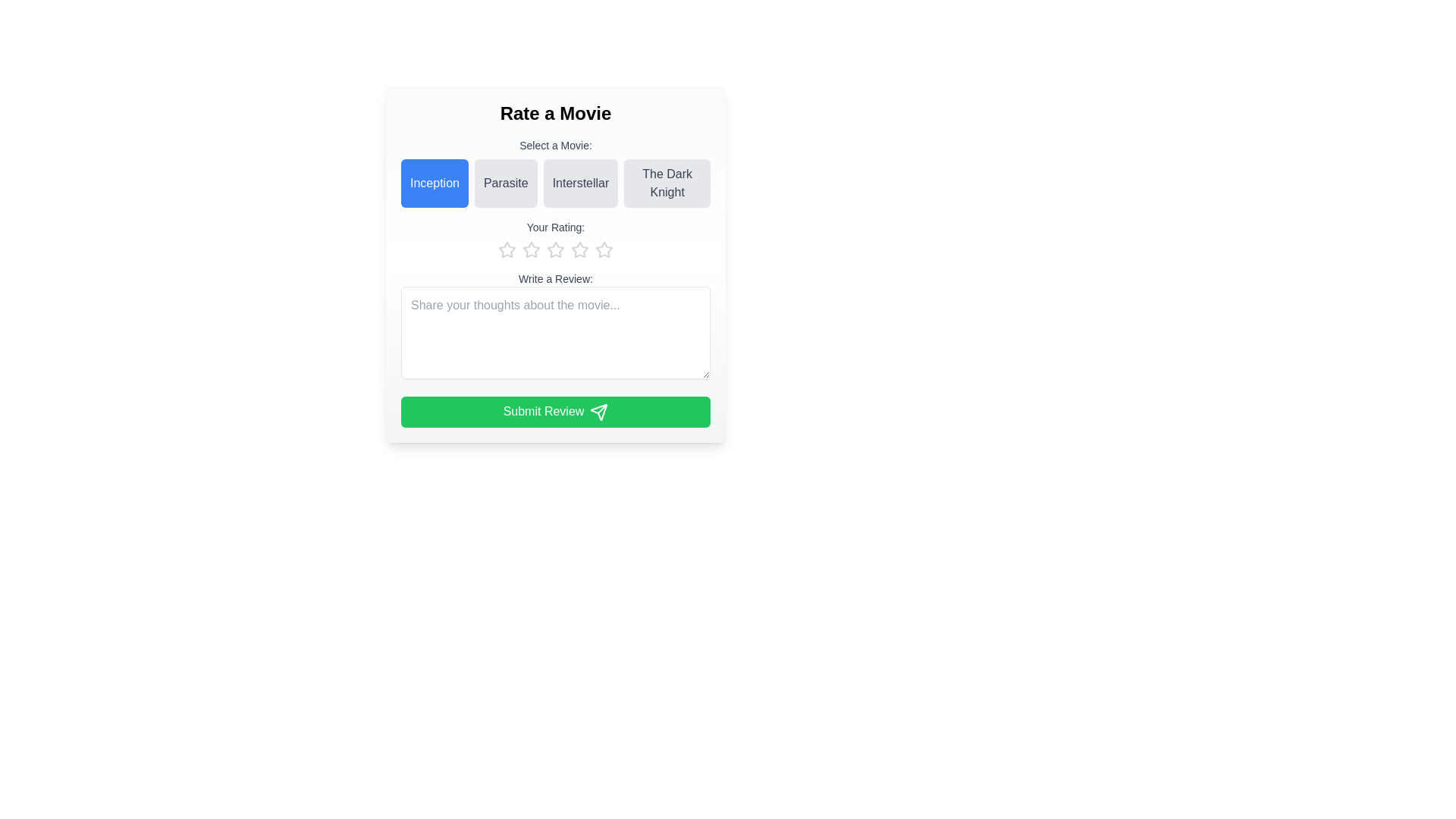  What do you see at coordinates (598, 412) in the screenshot?
I see `the paper airplane icon located inside the green 'Submit Review' button` at bounding box center [598, 412].